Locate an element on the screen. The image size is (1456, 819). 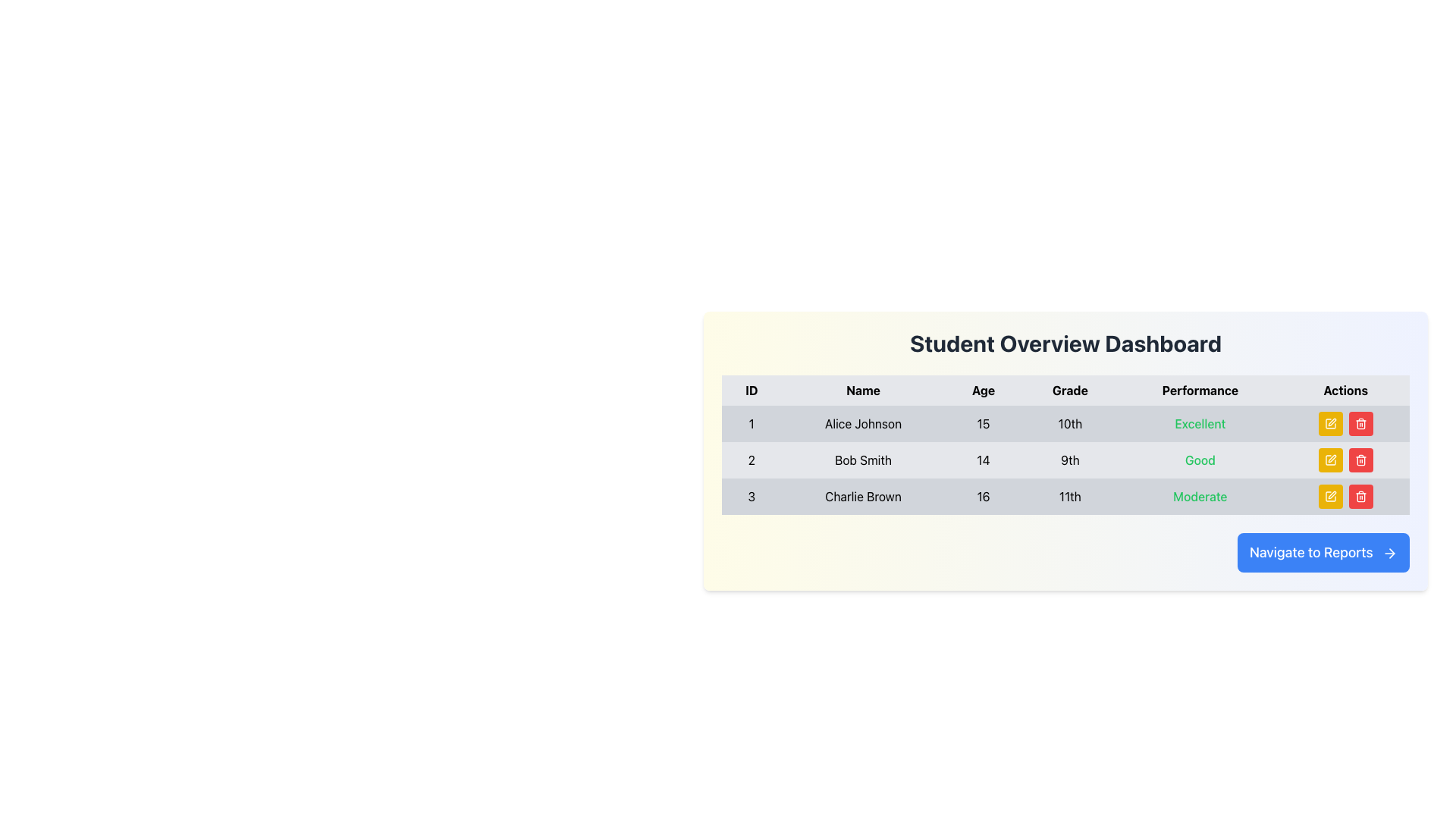
the Table Header Cell that contains the text 'Name' in bold, located in the header row of the table is located at coordinates (863, 390).